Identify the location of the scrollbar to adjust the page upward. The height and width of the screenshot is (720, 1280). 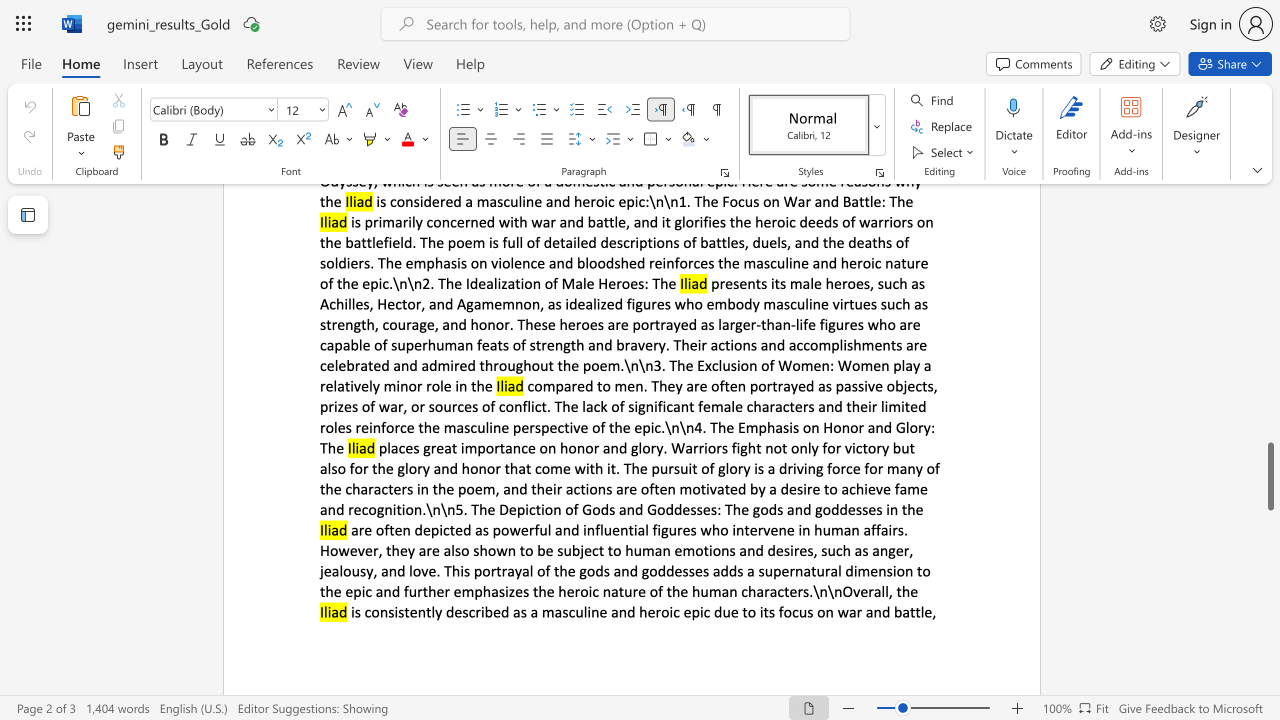
(1269, 418).